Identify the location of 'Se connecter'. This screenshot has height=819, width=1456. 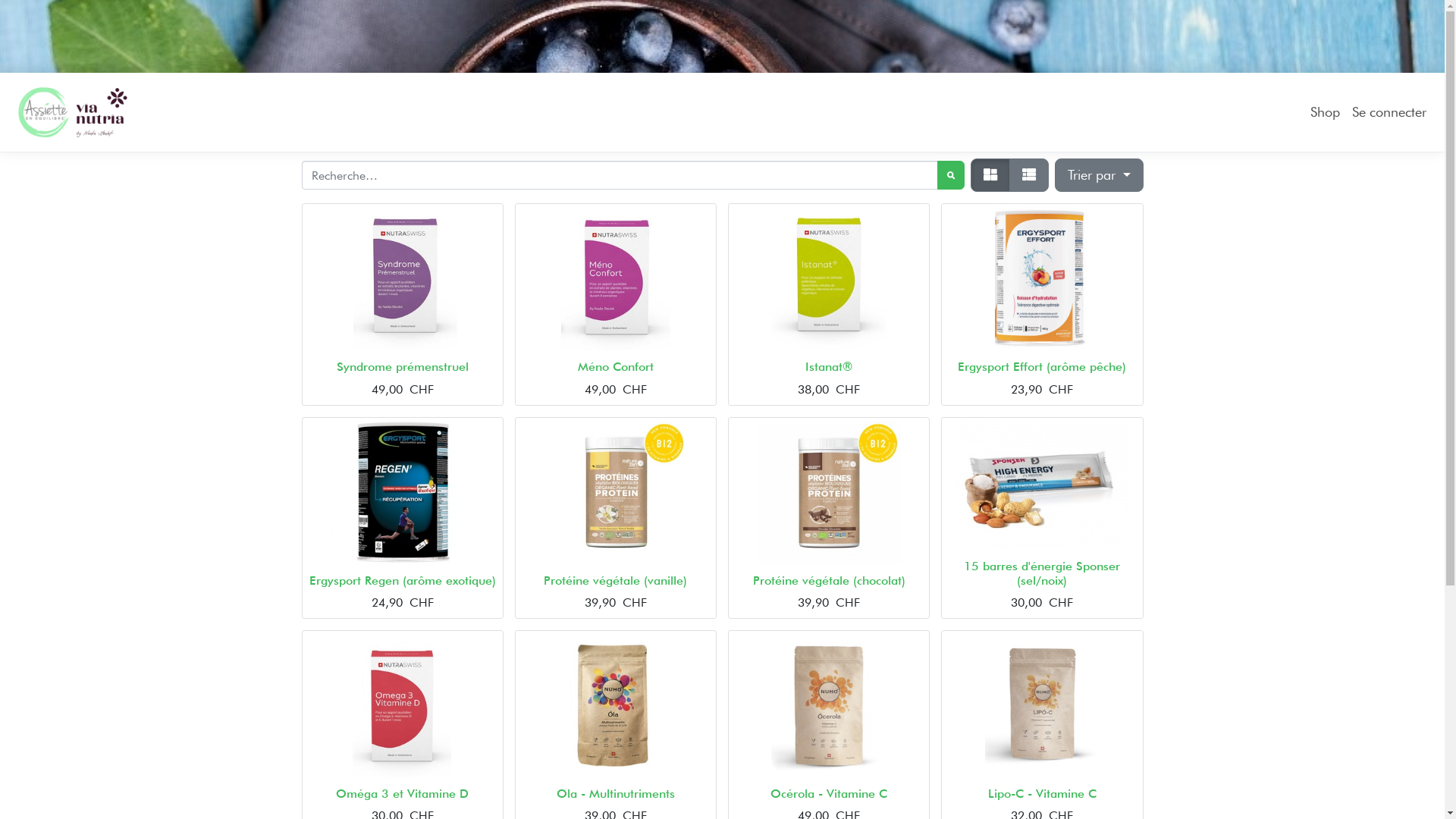
(1389, 111).